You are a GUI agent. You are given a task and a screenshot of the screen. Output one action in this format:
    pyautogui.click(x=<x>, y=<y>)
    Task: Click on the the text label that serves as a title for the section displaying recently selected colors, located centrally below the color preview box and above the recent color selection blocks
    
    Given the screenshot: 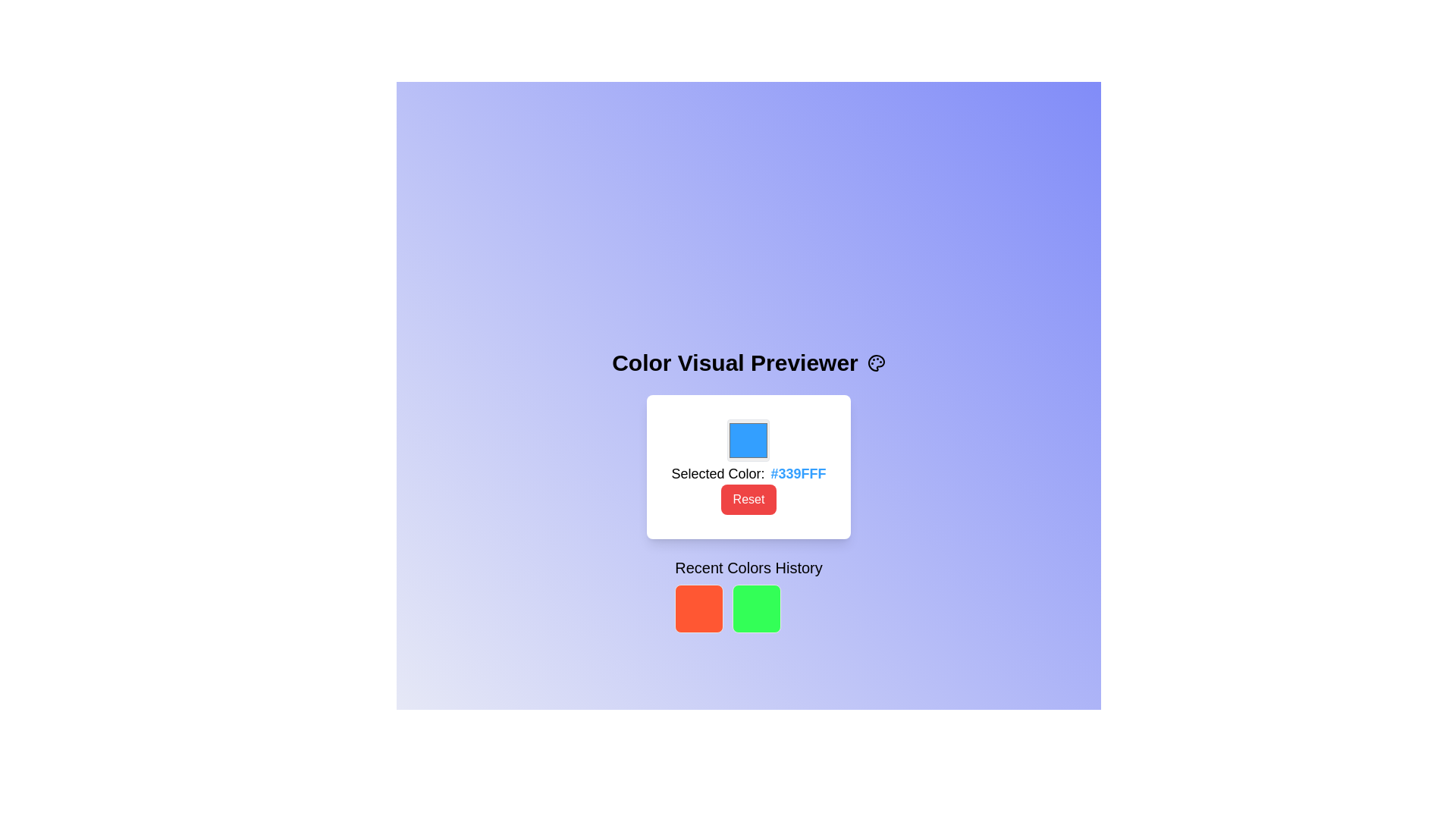 What is the action you would take?
    pyautogui.click(x=748, y=567)
    